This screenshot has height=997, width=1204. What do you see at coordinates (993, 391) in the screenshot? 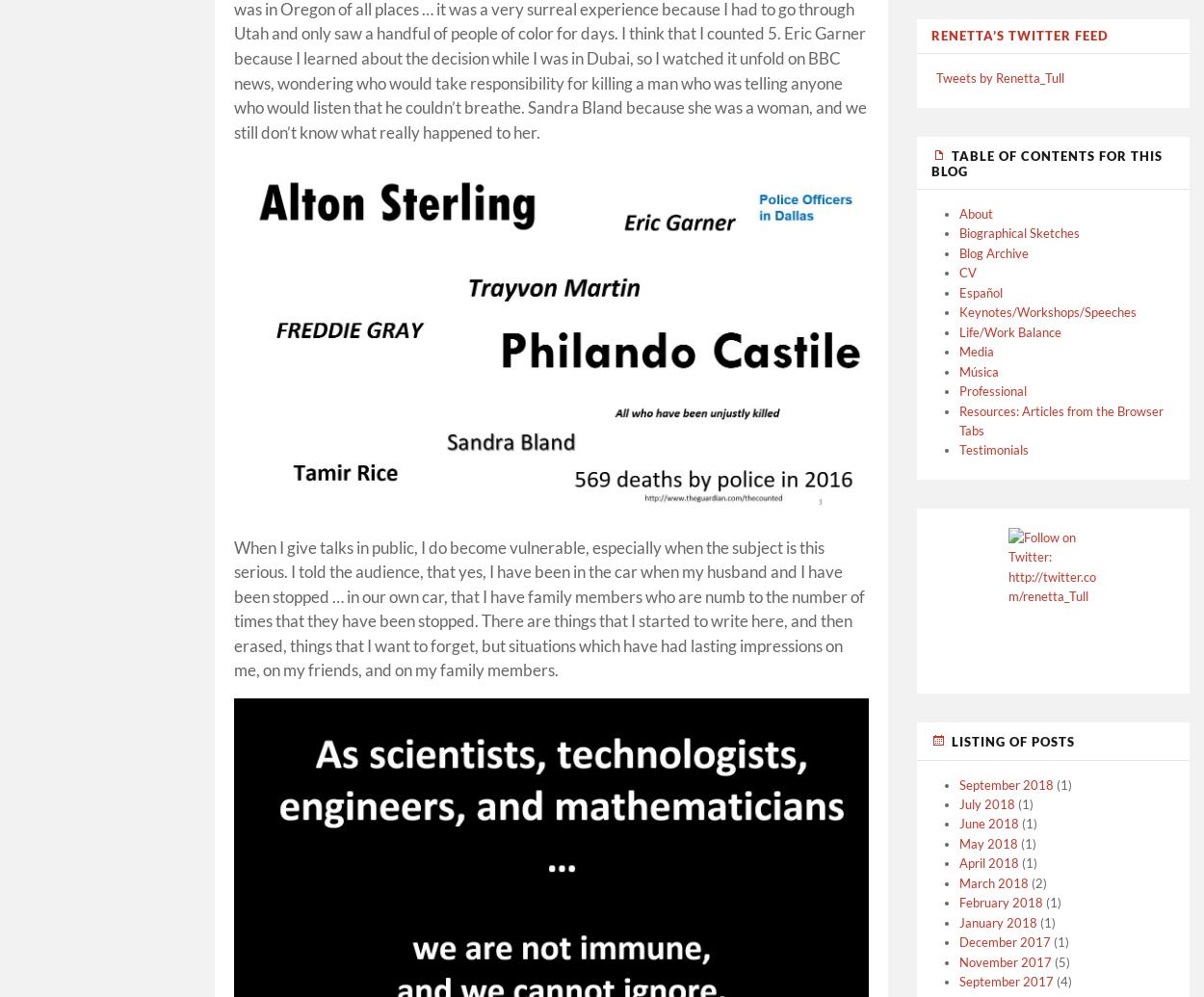
I see `'Professional'` at bounding box center [993, 391].